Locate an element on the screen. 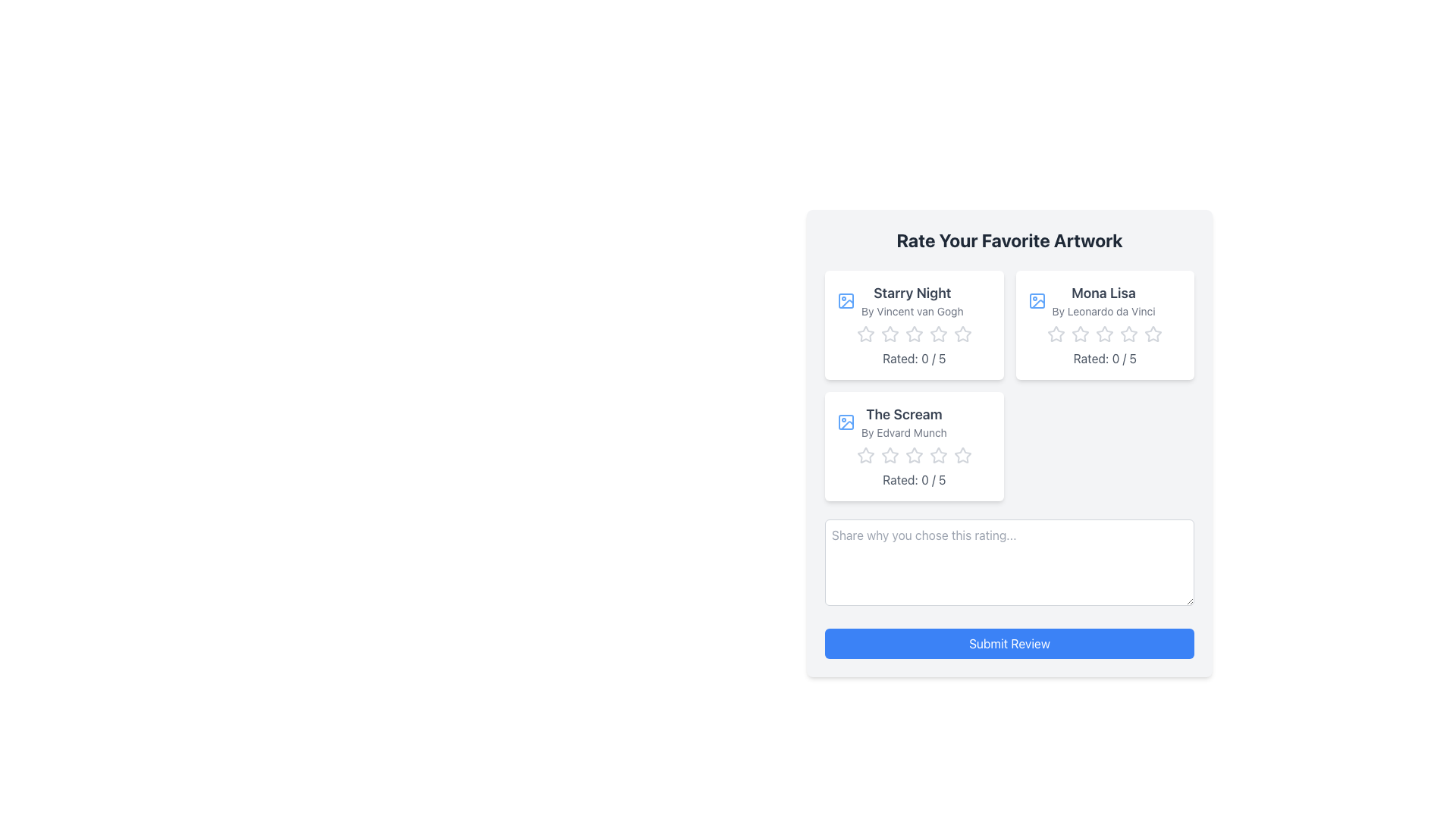  the third star-shaped rating icon for the 'Mona Lisa' artwork is located at coordinates (1153, 333).